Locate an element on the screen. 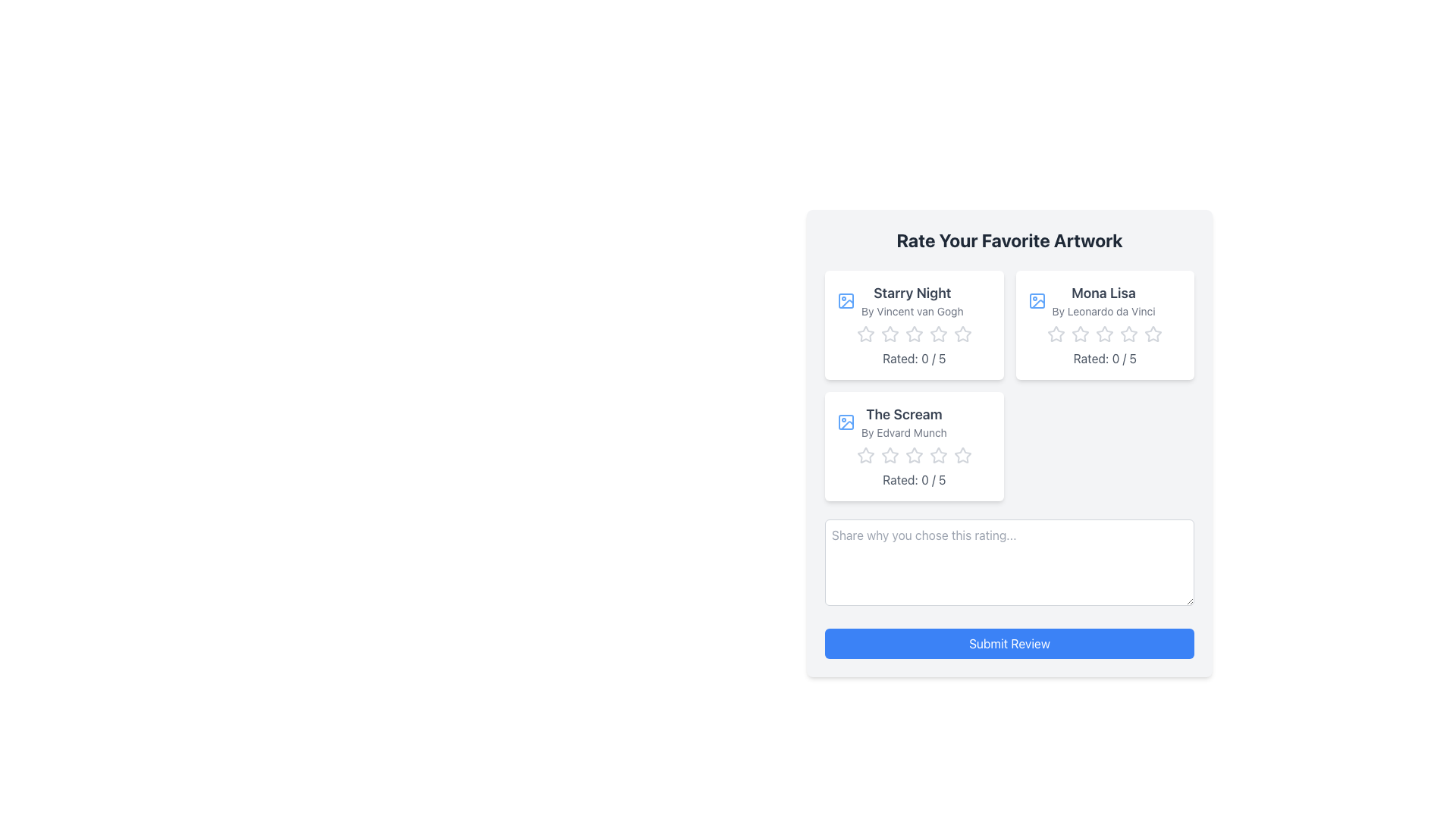  the third star-shaped rating icon for the 'Mona Lisa' artwork is located at coordinates (1153, 333).